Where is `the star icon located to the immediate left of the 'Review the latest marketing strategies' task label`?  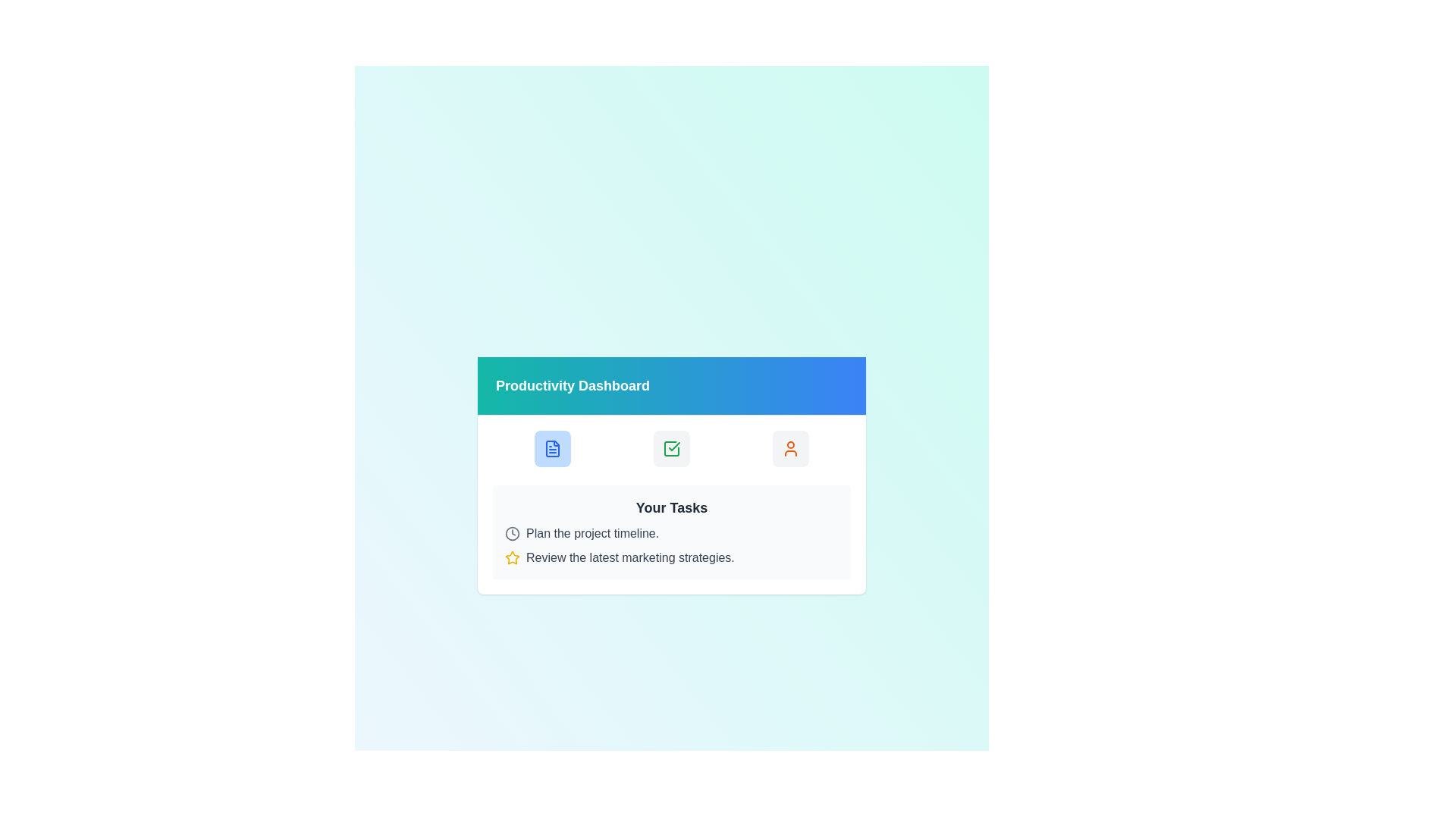 the star icon located to the immediate left of the 'Review the latest marketing strategies' task label is located at coordinates (513, 557).